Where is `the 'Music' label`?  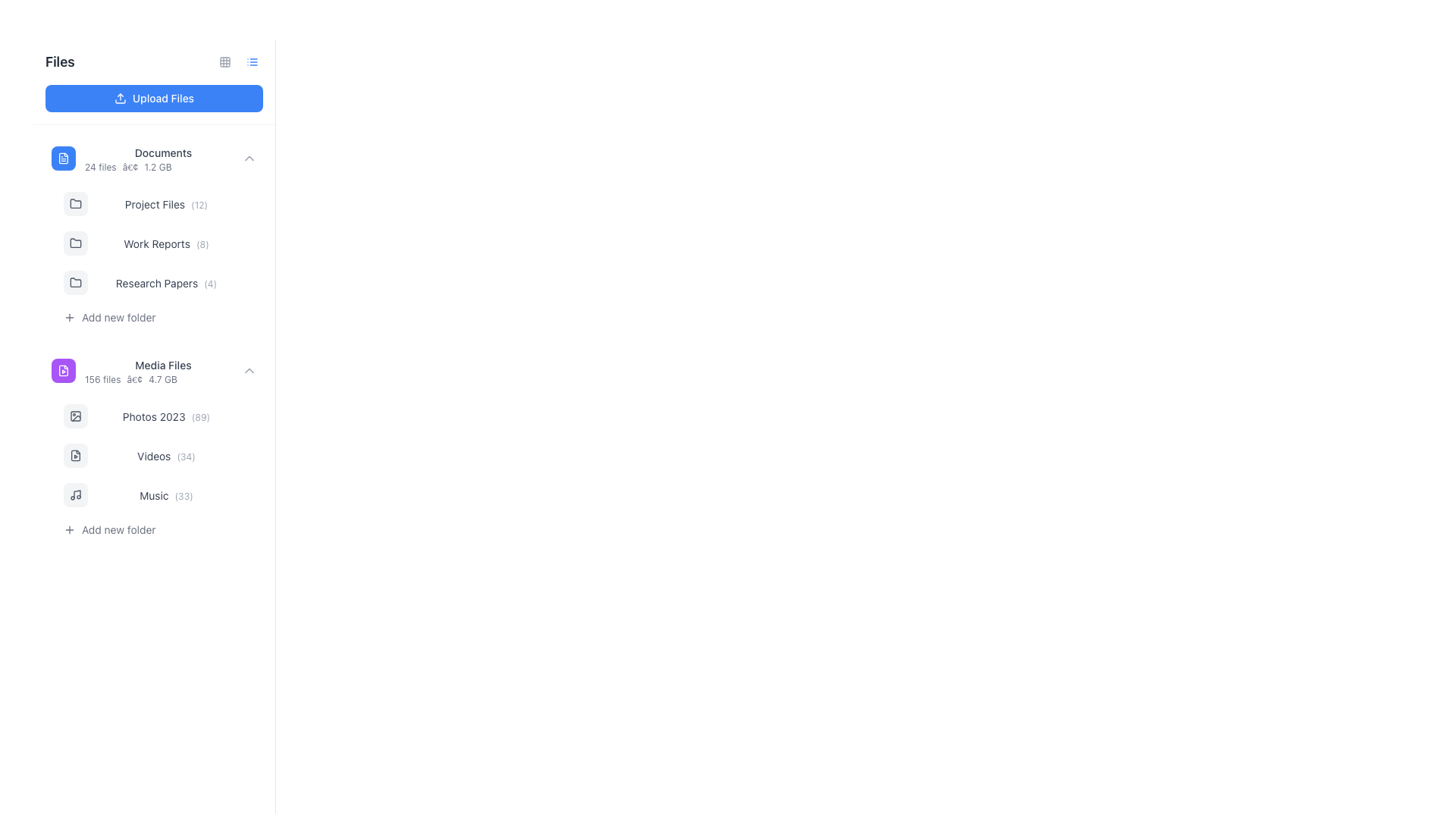 the 'Music' label is located at coordinates (154, 495).